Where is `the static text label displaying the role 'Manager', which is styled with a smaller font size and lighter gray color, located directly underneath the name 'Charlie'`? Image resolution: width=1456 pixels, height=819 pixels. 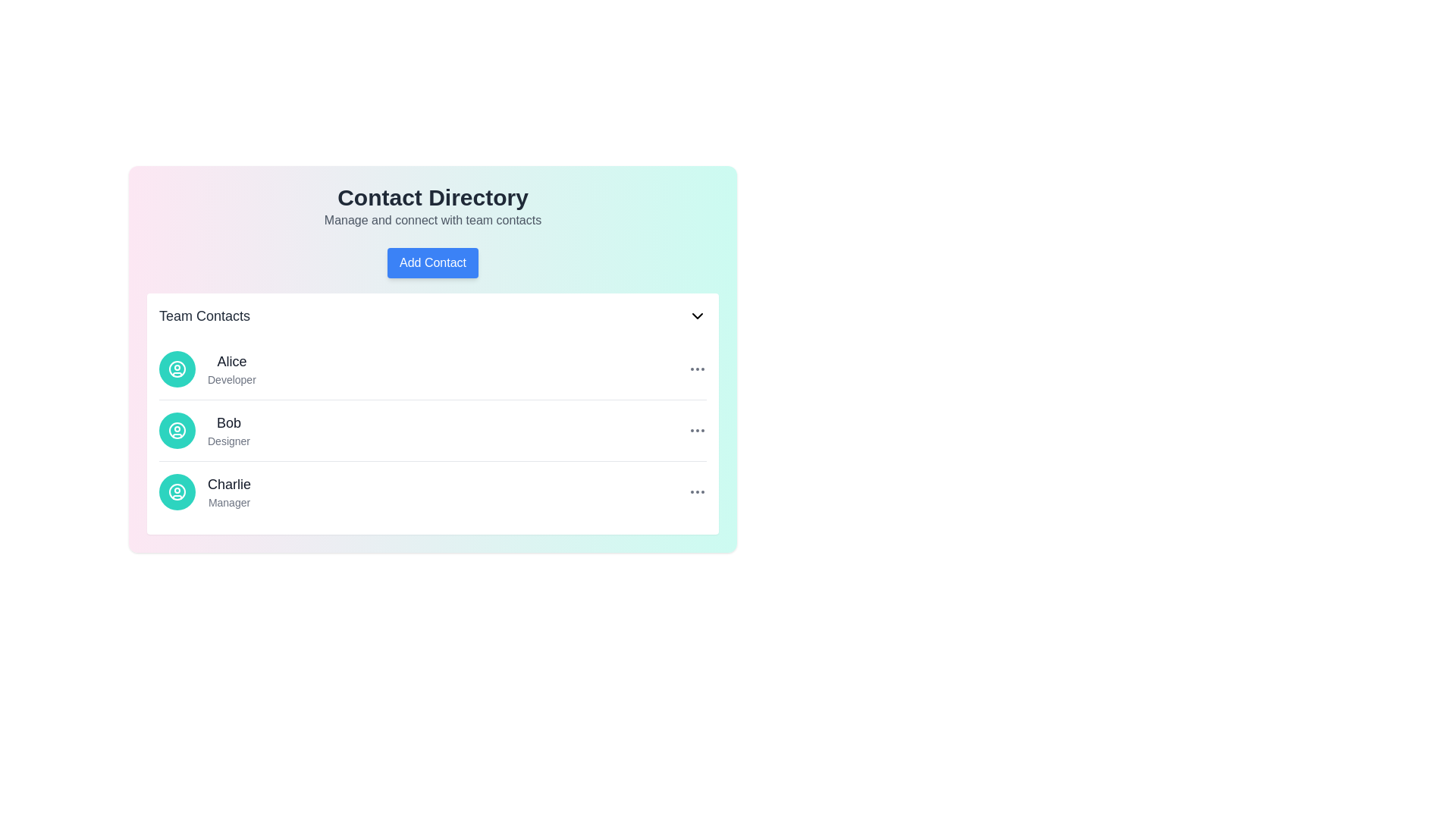 the static text label displaying the role 'Manager', which is styled with a smaller font size and lighter gray color, located directly underneath the name 'Charlie' is located at coordinates (228, 503).